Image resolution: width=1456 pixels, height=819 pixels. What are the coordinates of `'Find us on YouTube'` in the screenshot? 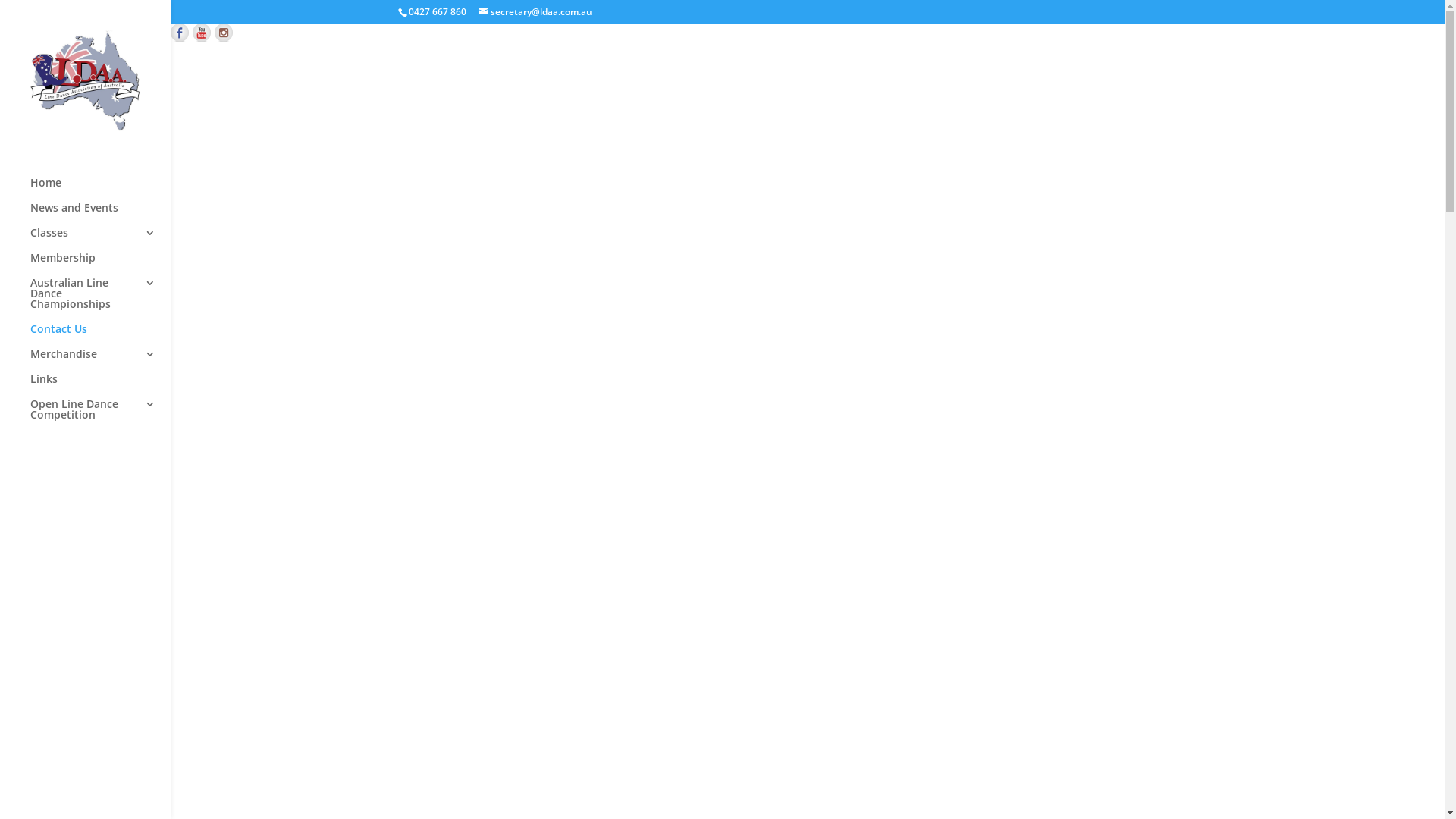 It's located at (200, 32).